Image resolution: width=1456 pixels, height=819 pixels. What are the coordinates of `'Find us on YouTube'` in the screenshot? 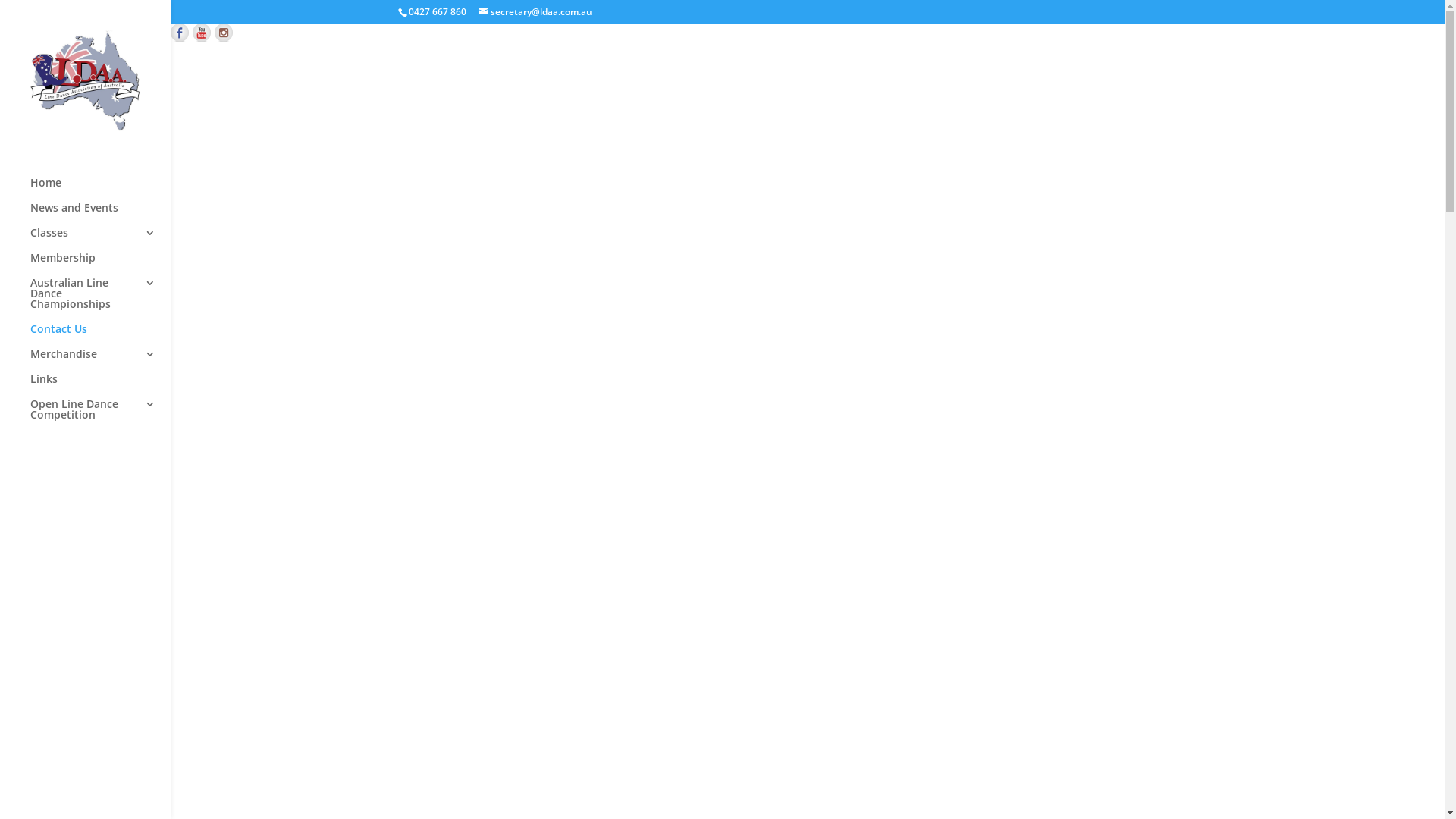 It's located at (200, 32).